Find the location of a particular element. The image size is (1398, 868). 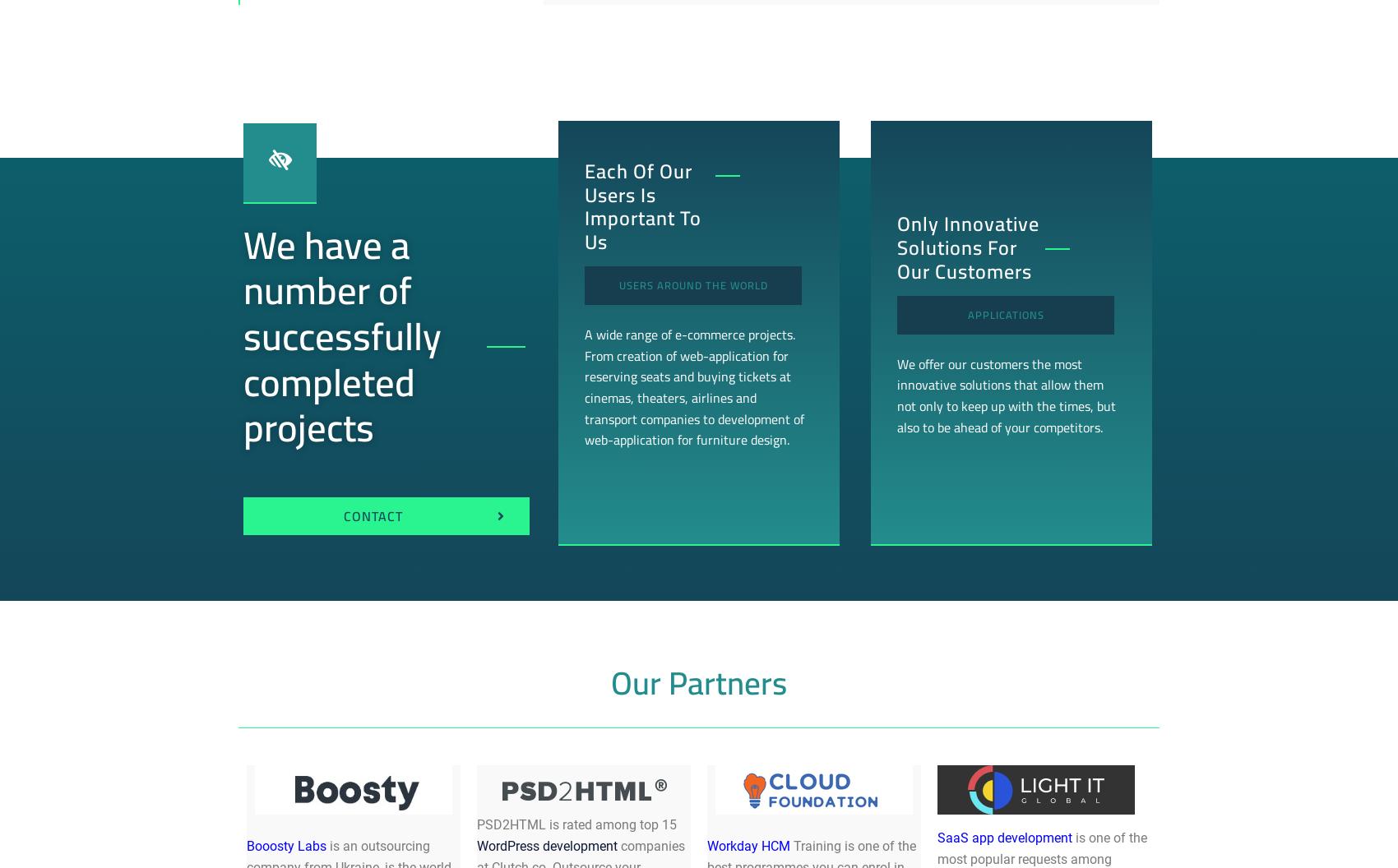

'Contact' is located at coordinates (373, 515).